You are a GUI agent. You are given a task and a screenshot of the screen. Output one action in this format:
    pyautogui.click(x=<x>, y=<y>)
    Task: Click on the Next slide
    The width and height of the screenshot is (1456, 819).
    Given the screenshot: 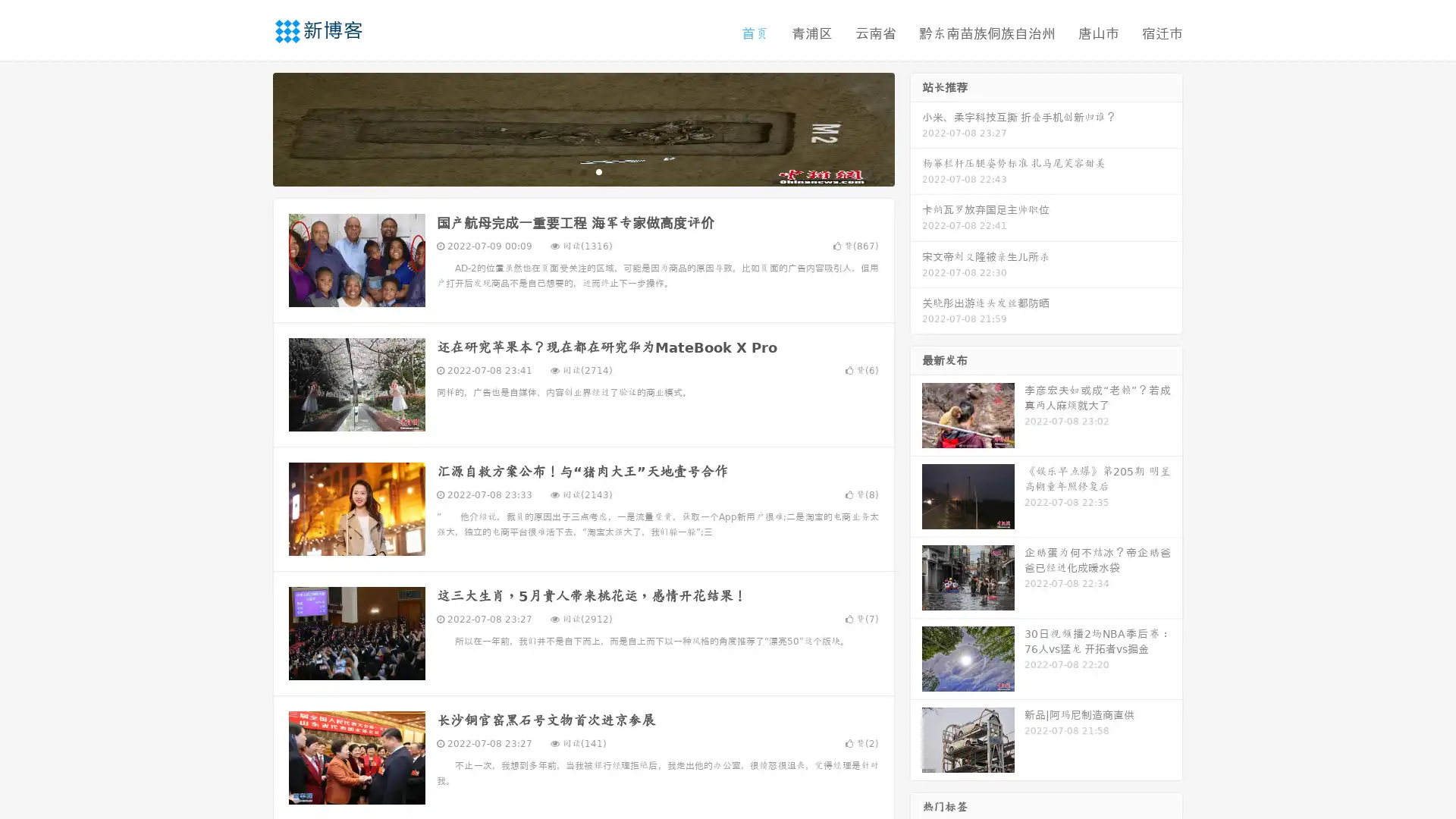 What is the action you would take?
    pyautogui.click(x=916, y=127)
    